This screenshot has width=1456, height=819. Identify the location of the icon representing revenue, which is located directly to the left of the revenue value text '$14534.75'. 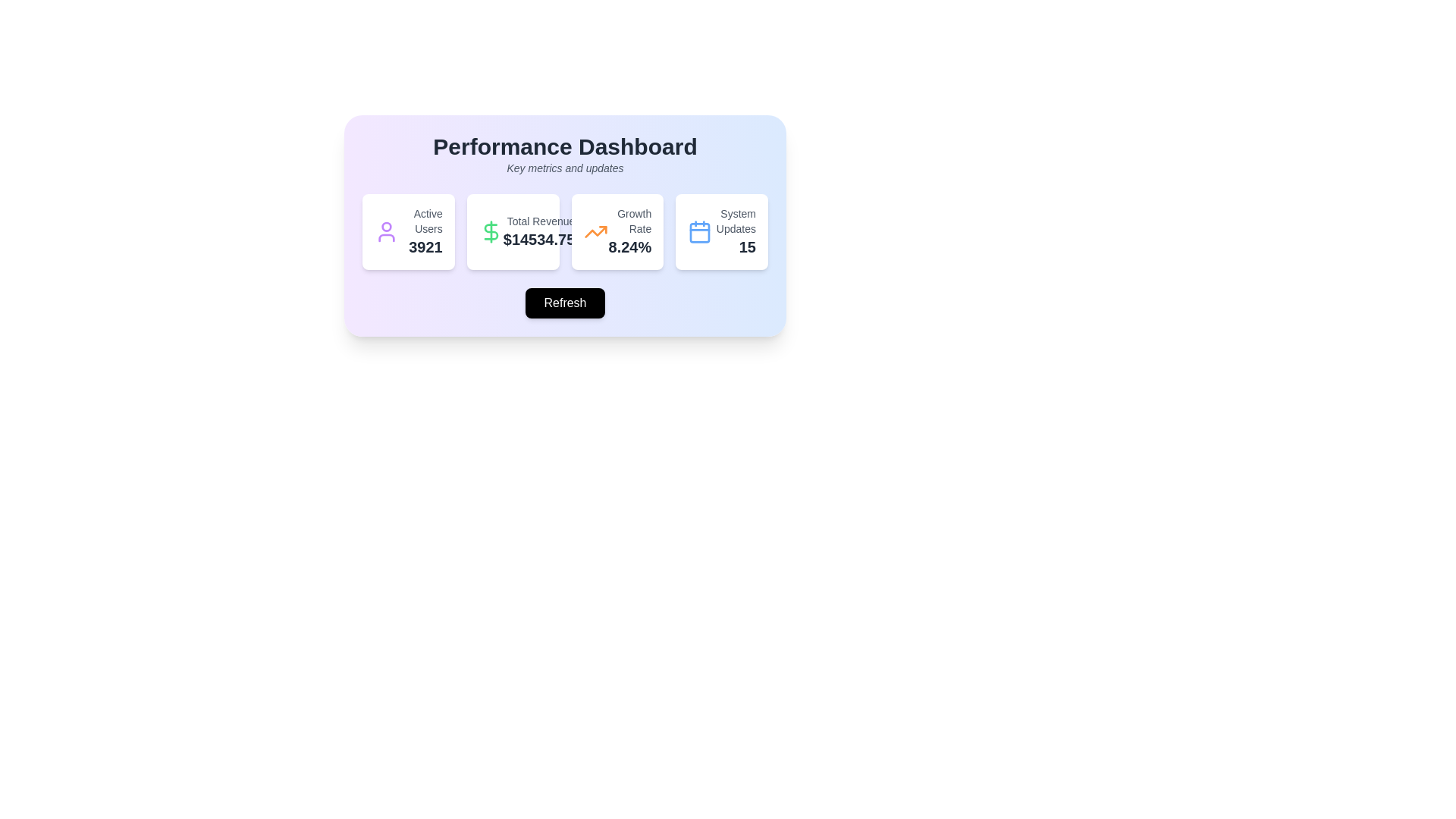
(491, 231).